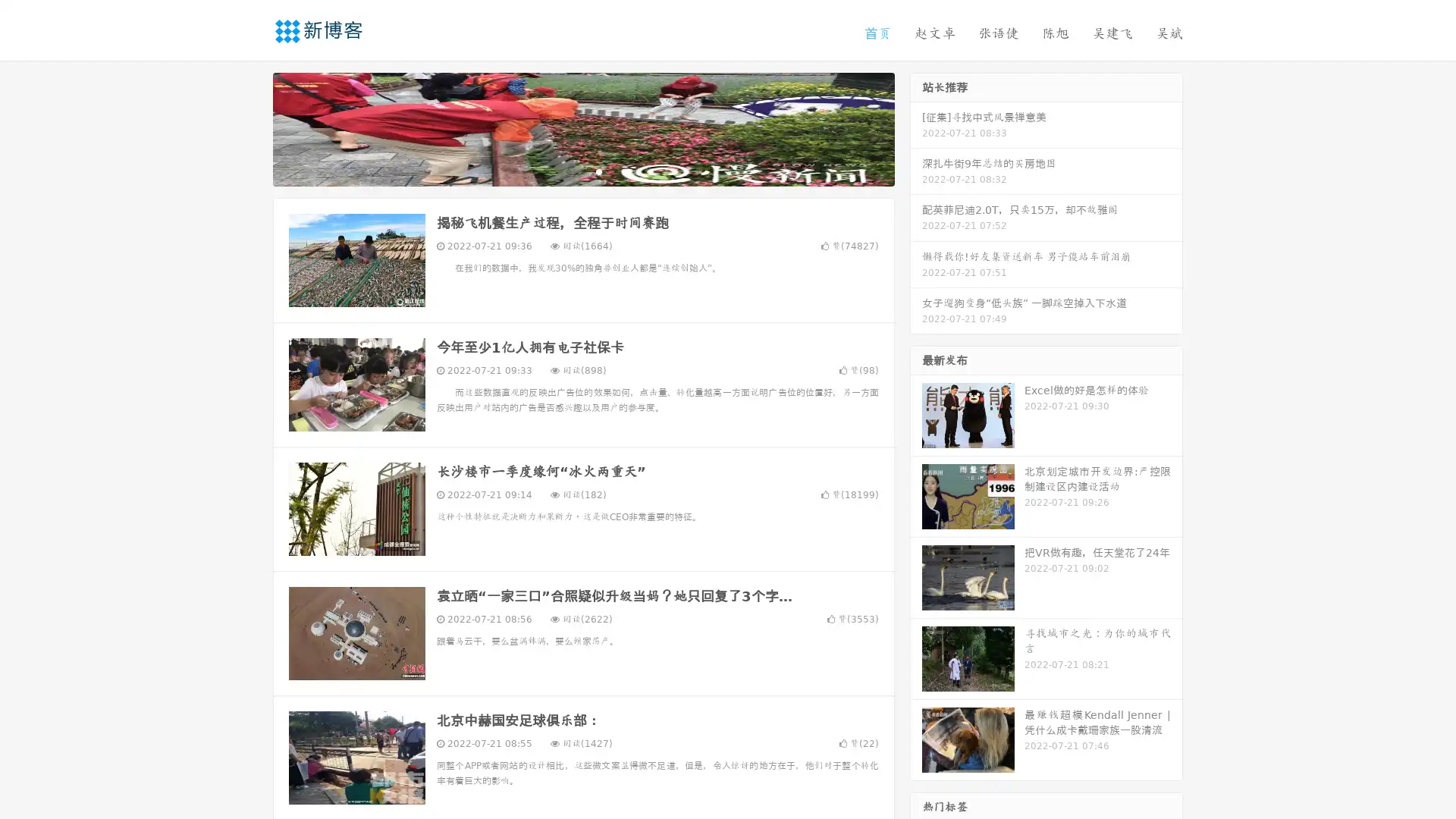  I want to click on Go to slide 1, so click(567, 171).